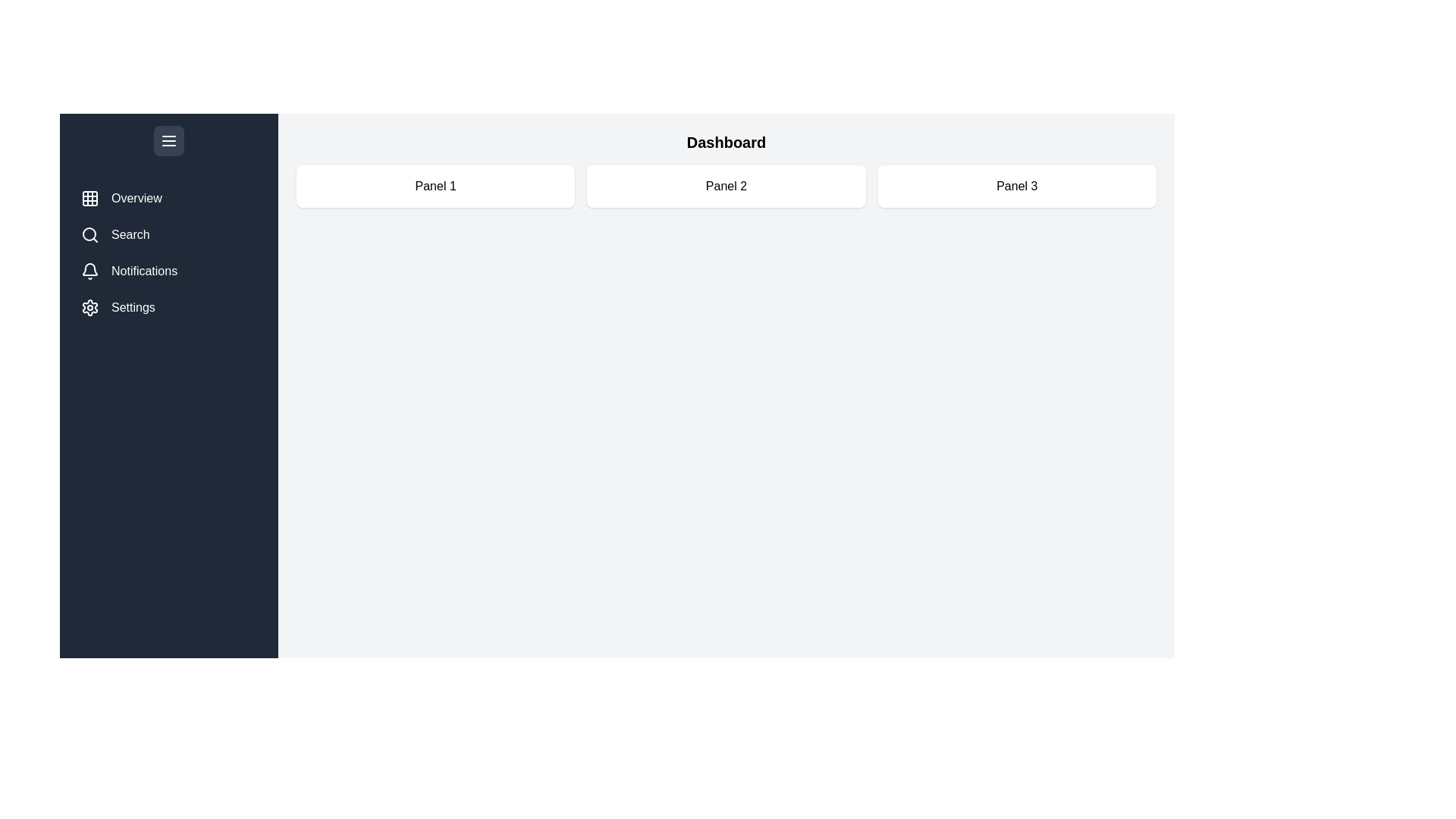 Image resolution: width=1456 pixels, height=819 pixels. What do you see at coordinates (168, 198) in the screenshot?
I see `the menu item Overview in the ModernDrawer component` at bounding box center [168, 198].